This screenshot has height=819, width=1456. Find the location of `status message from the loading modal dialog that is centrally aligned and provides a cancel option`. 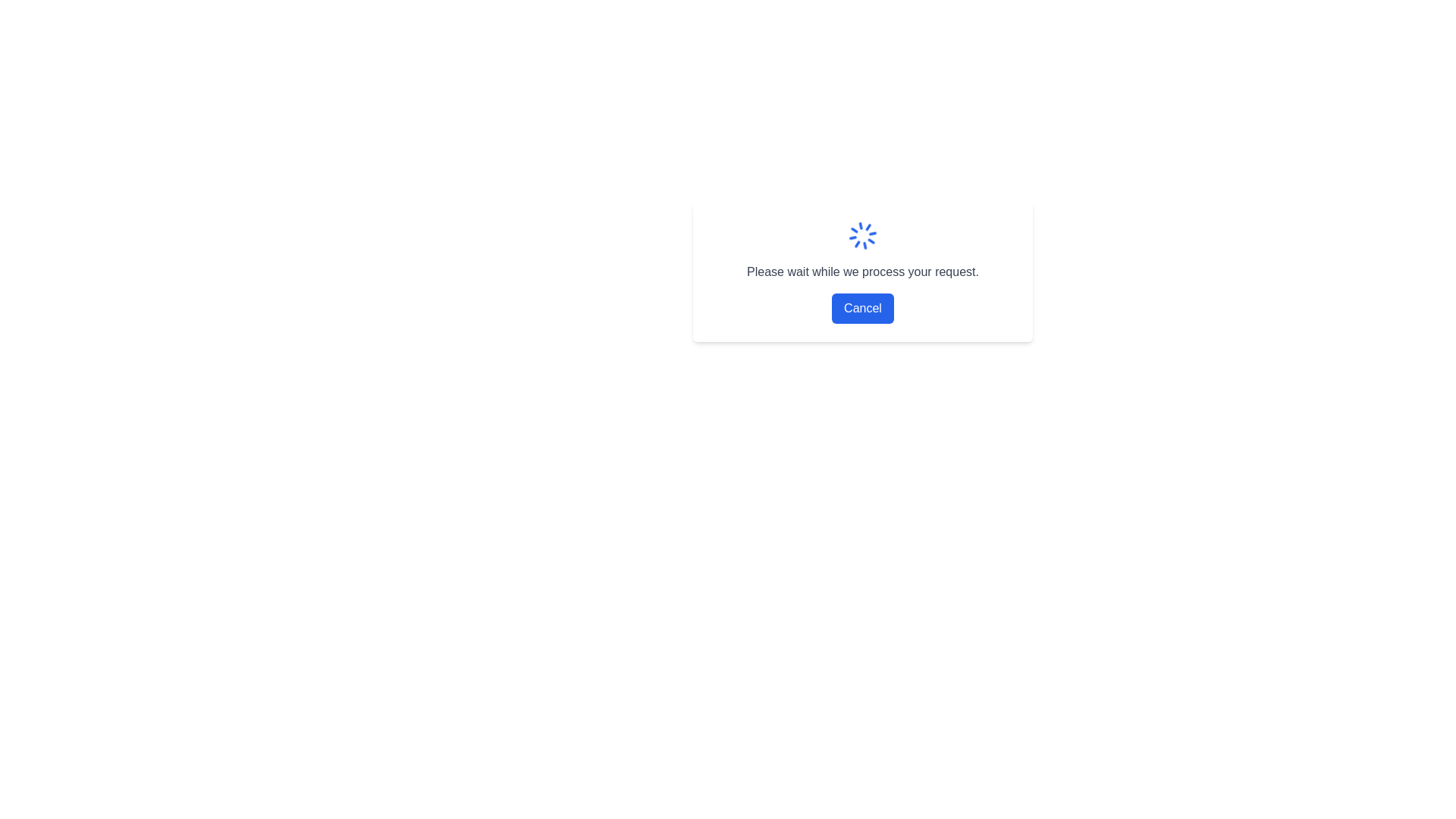

status message from the loading modal dialog that is centrally aligned and provides a cancel option is located at coordinates (862, 271).